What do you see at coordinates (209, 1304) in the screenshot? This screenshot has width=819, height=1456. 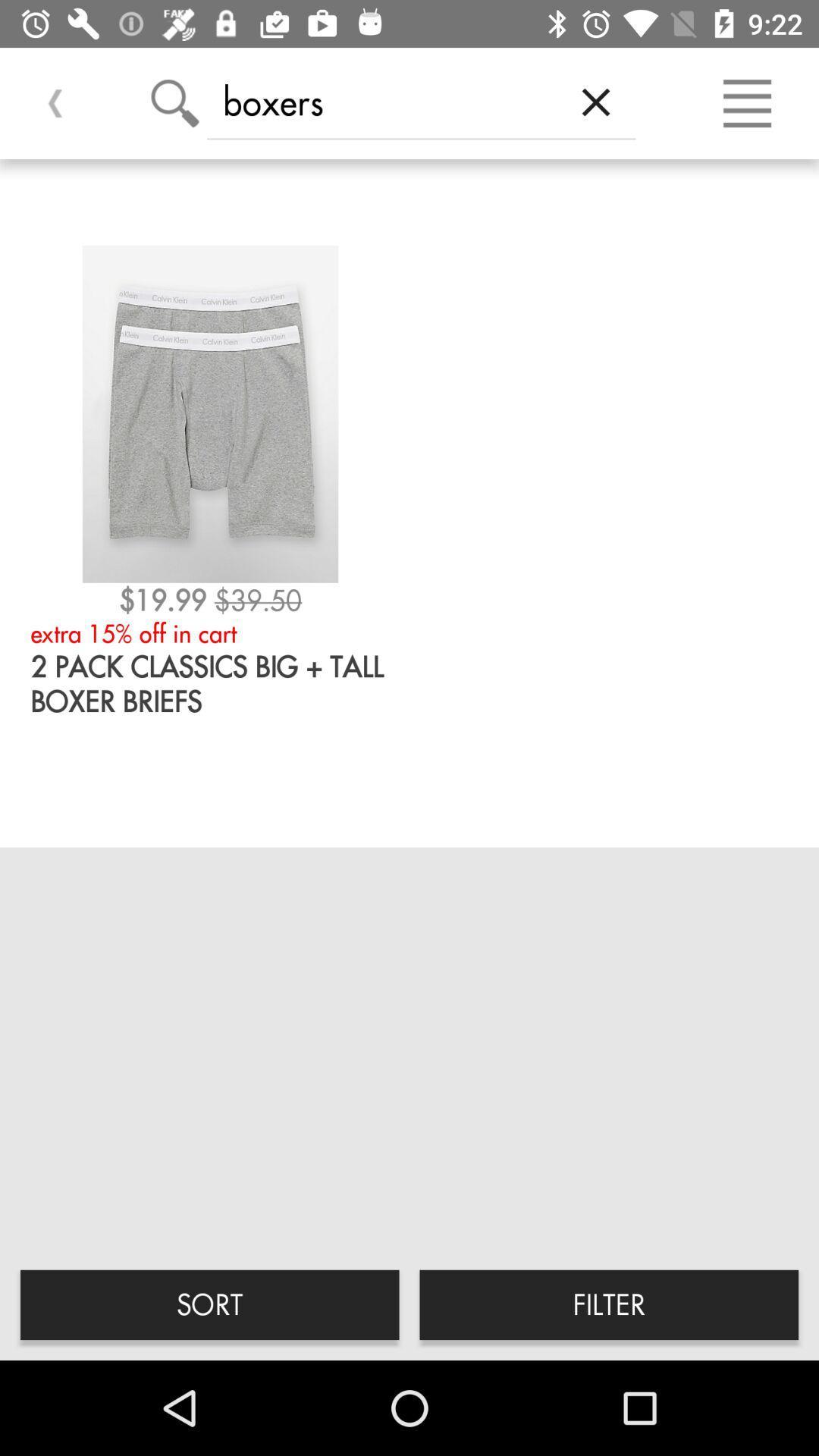 I see `icon to the left of the filter item` at bounding box center [209, 1304].